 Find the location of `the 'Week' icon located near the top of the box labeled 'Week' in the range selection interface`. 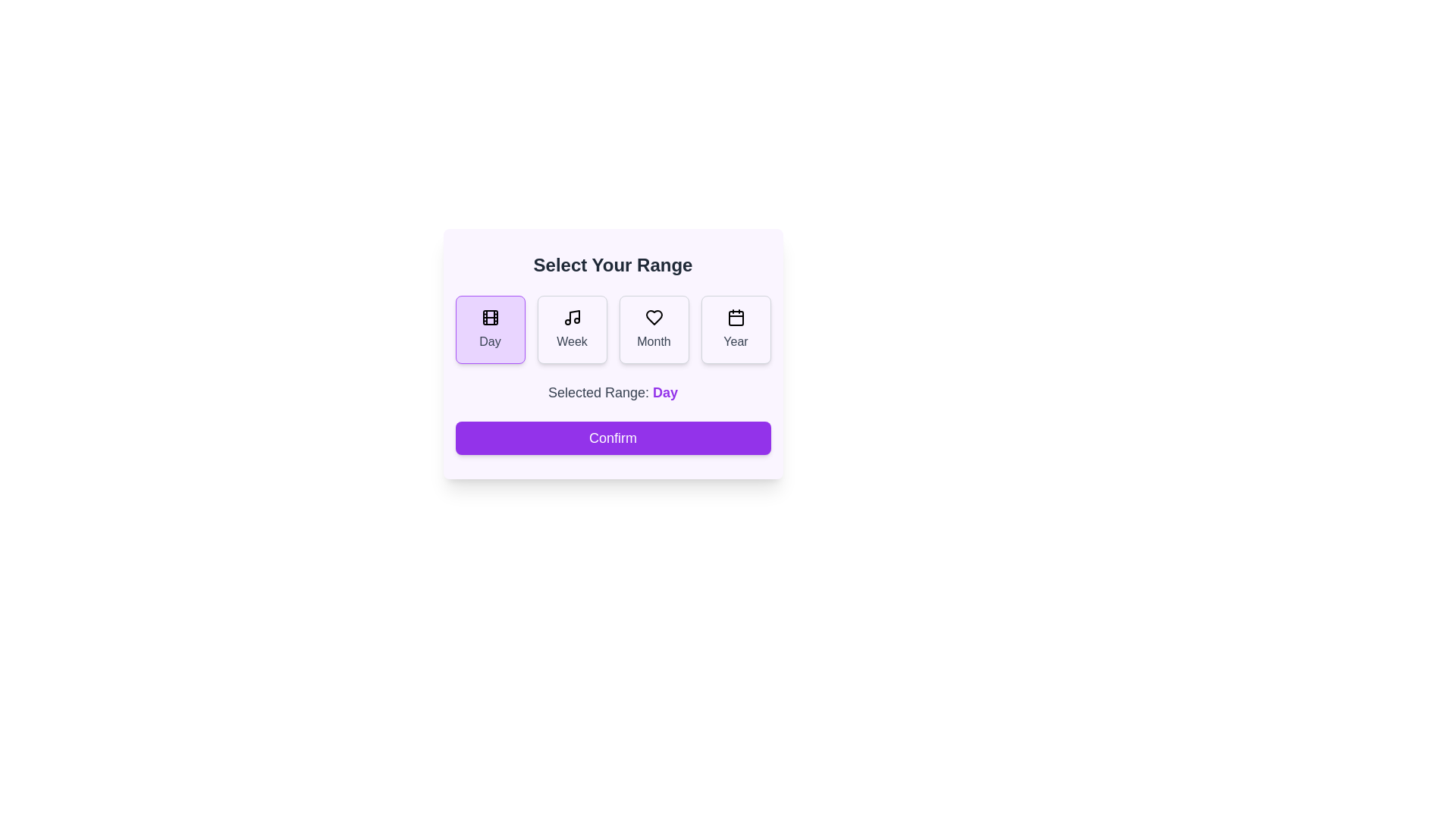

the 'Week' icon located near the top of the box labeled 'Week' in the range selection interface is located at coordinates (571, 317).